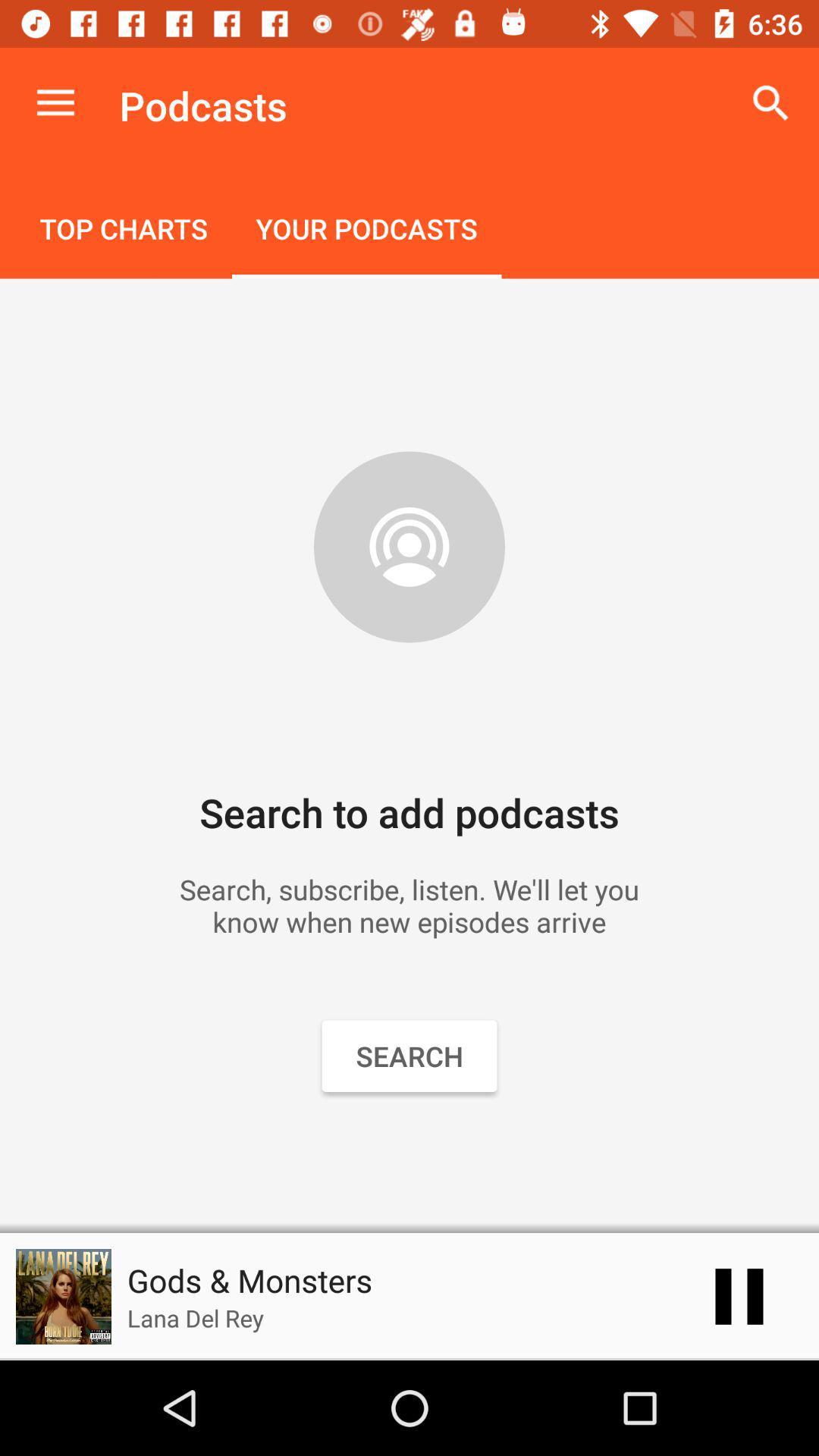 This screenshot has width=819, height=1456. Describe the element at coordinates (366, 230) in the screenshot. I see `the your podcasts item` at that location.